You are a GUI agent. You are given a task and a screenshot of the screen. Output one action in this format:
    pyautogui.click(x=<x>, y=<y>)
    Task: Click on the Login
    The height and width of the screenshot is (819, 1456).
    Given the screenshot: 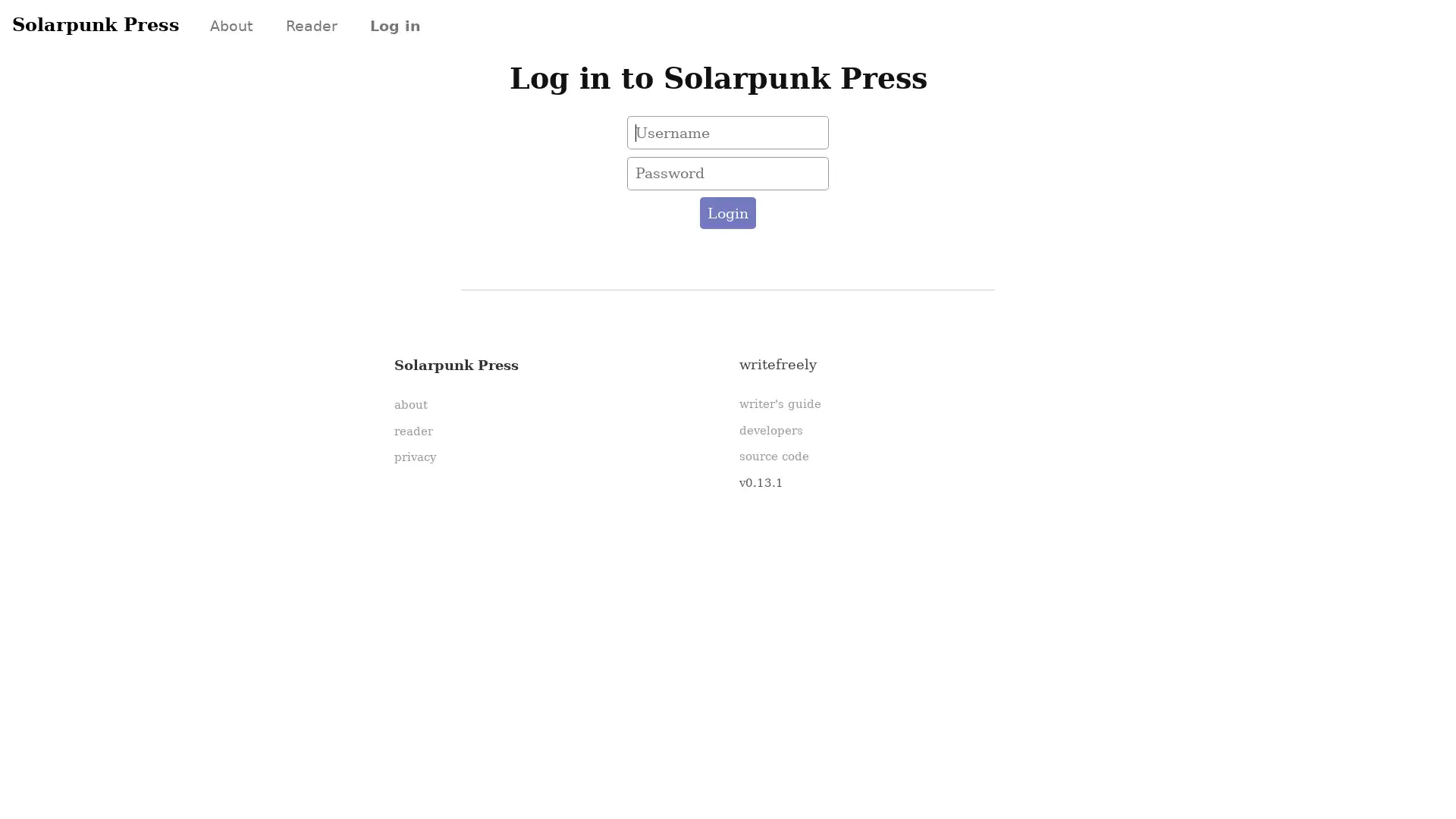 What is the action you would take?
    pyautogui.click(x=726, y=213)
    